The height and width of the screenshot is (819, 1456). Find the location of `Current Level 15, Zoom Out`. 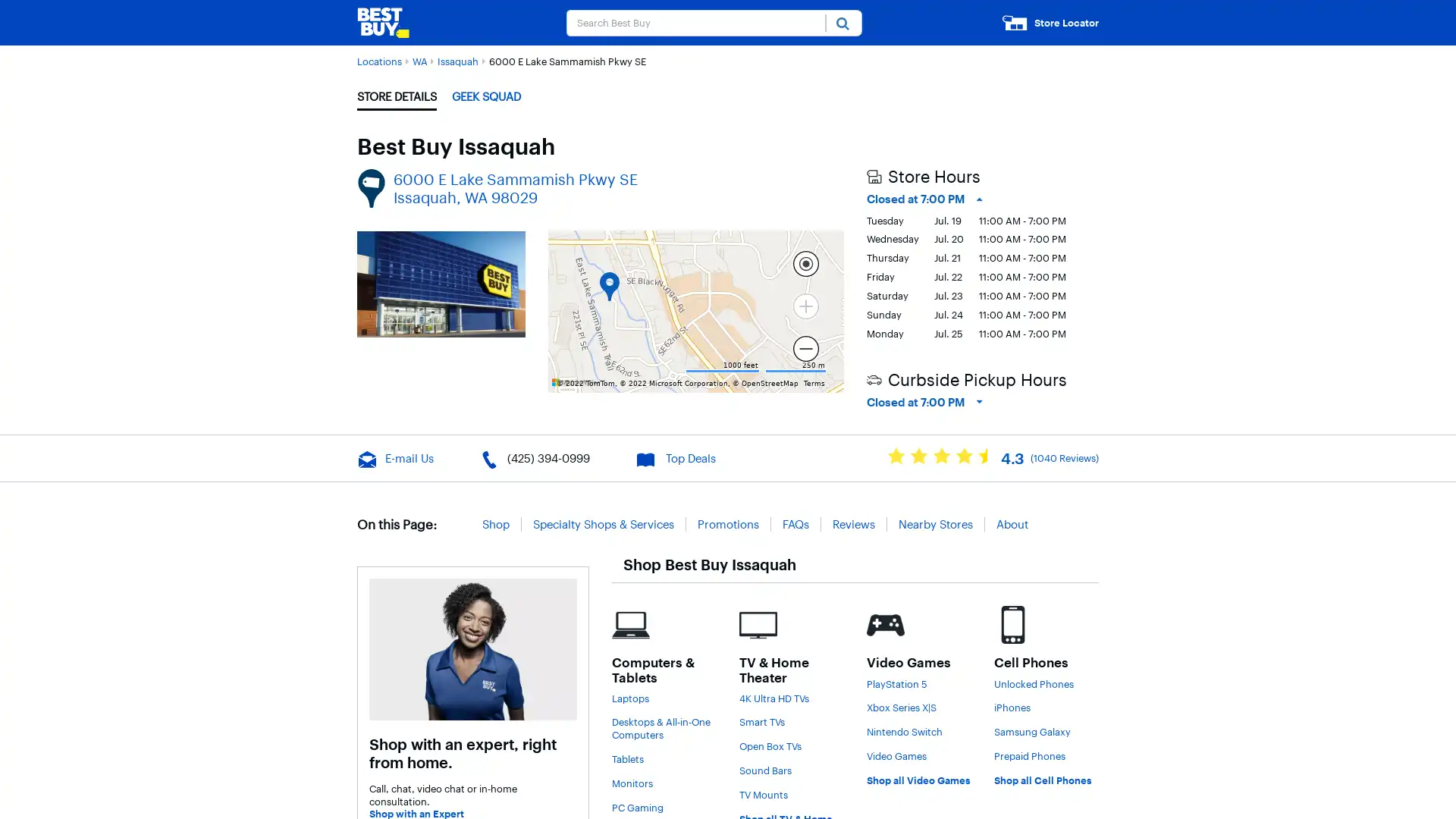

Current Level 15, Zoom Out is located at coordinates (805, 348).